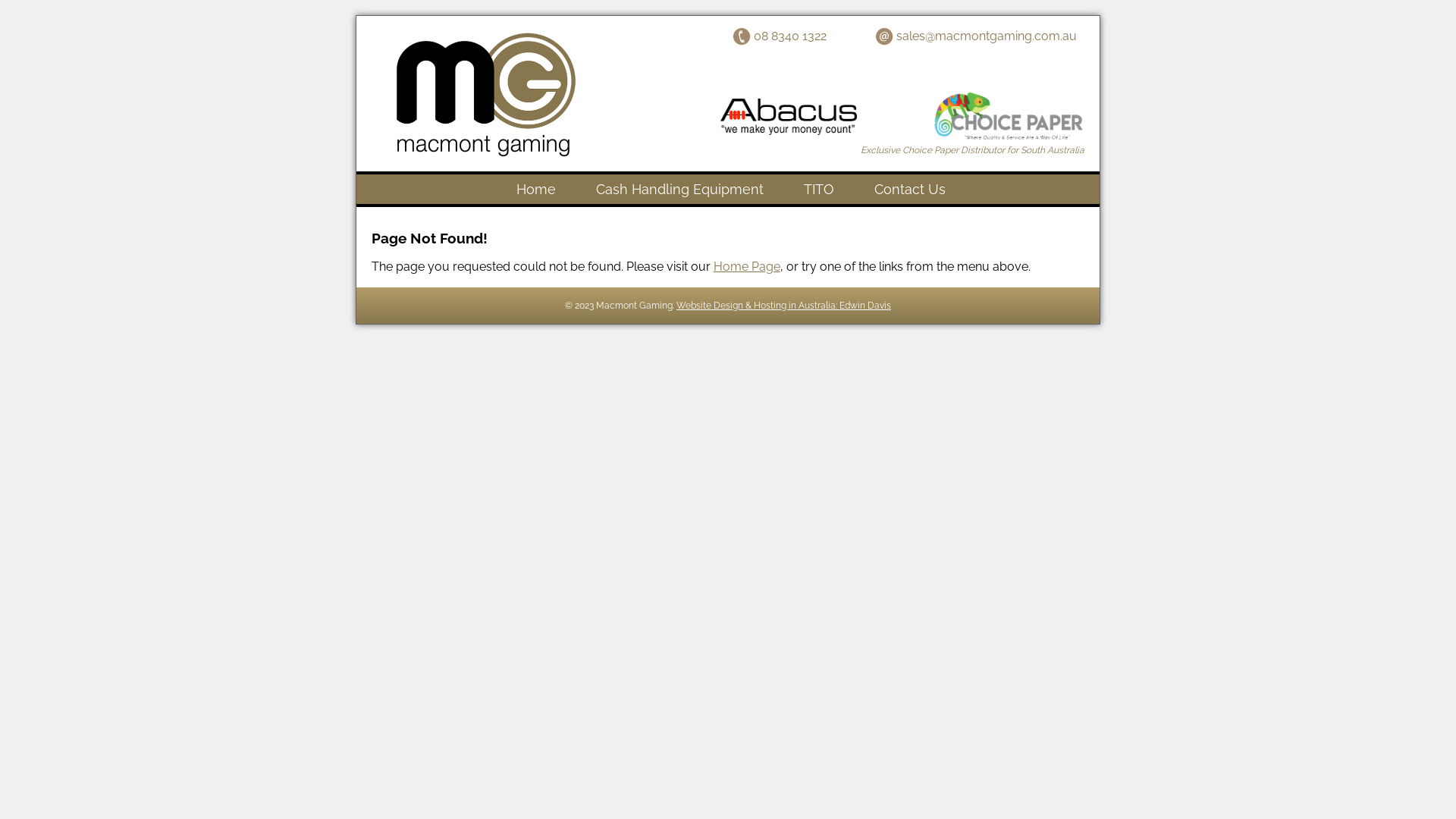 The width and height of the screenshot is (1456, 819). Describe the element at coordinates (972, 149) in the screenshot. I see `'Exclusive Choice Paper Distributor for South Australia'` at that location.